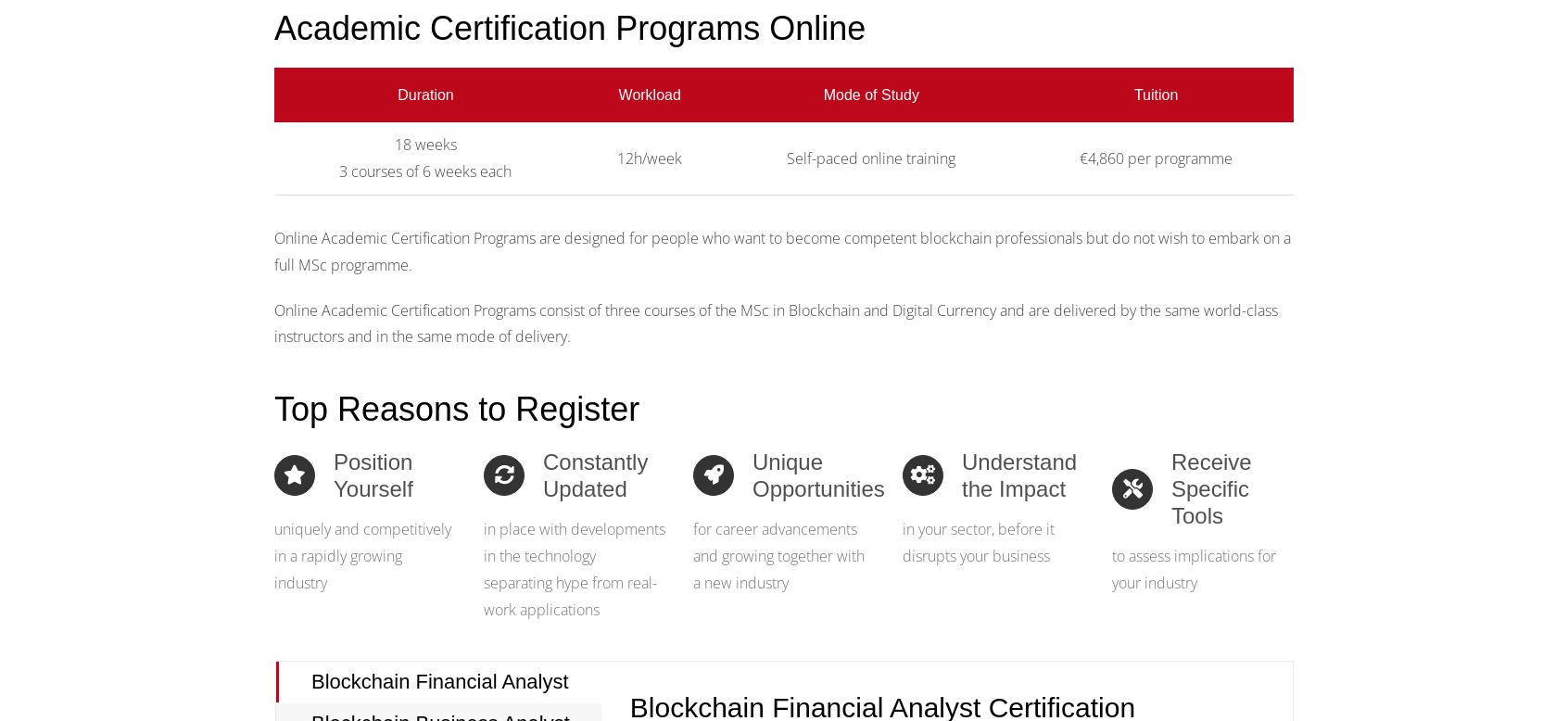 The width and height of the screenshot is (1568, 721). What do you see at coordinates (977, 541) in the screenshot?
I see `'in your sector, before it disrupts your business'` at bounding box center [977, 541].